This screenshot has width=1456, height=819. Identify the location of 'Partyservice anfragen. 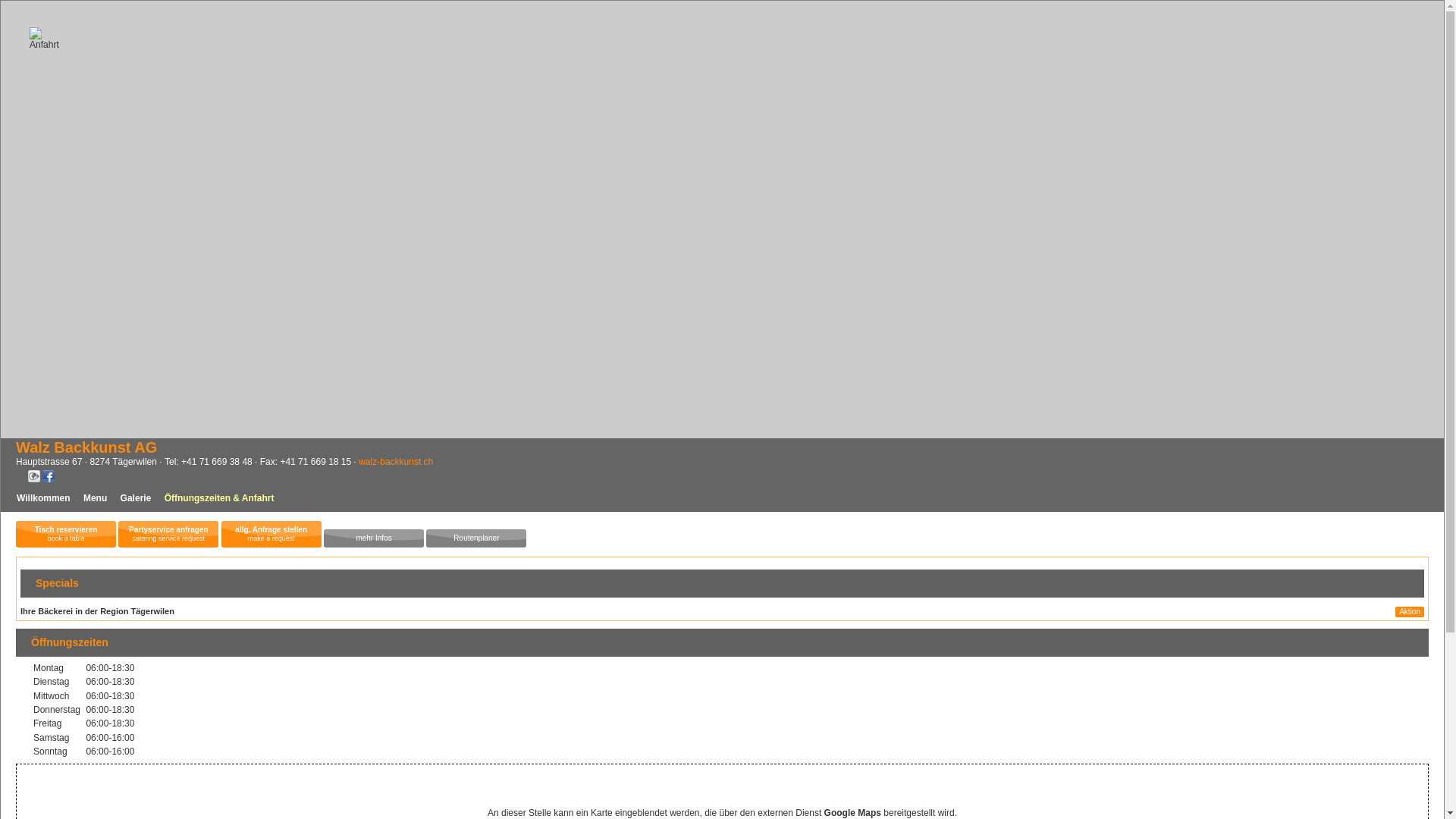
(168, 533).